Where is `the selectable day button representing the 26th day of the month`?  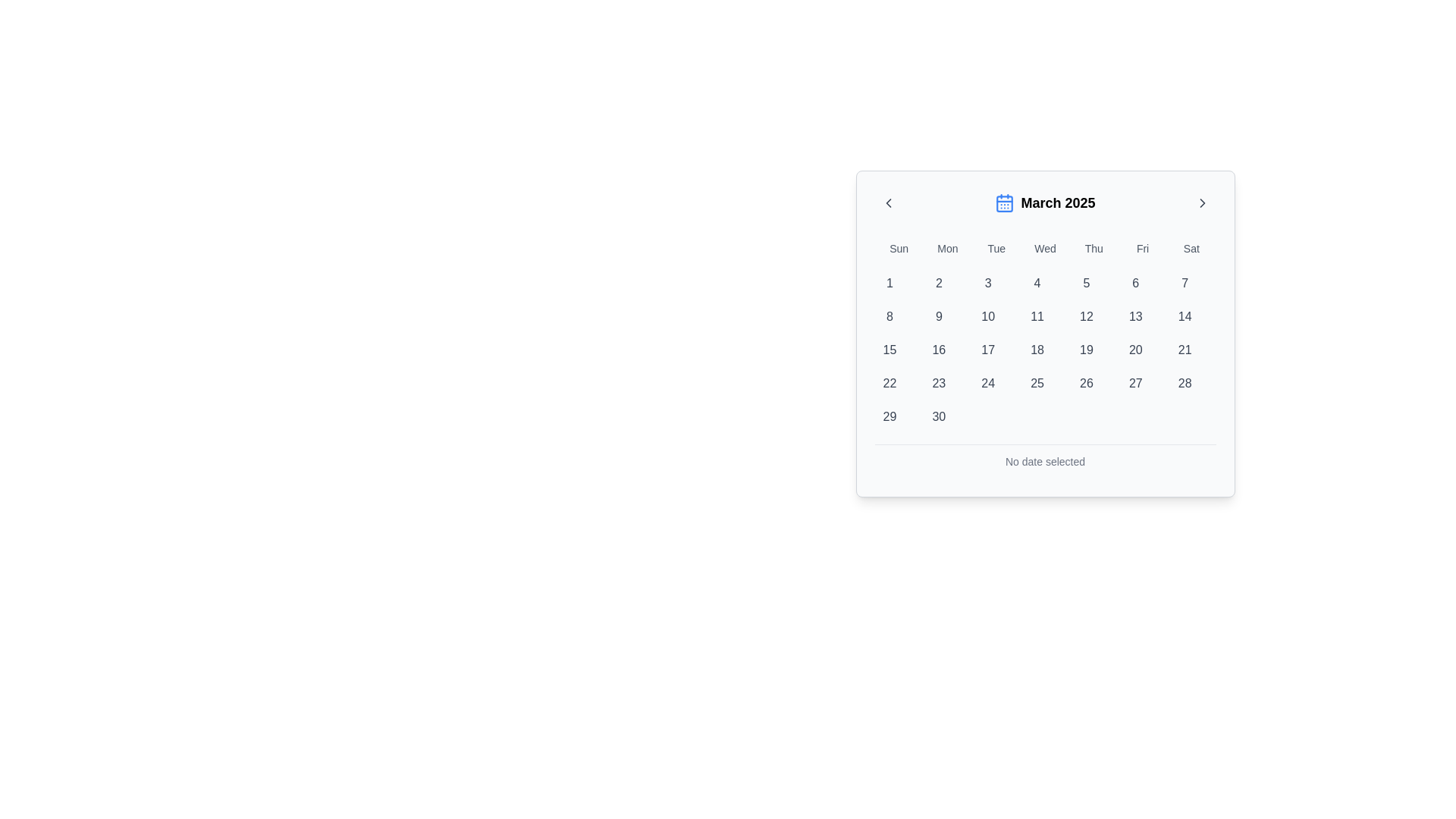 the selectable day button representing the 26th day of the month is located at coordinates (1085, 382).